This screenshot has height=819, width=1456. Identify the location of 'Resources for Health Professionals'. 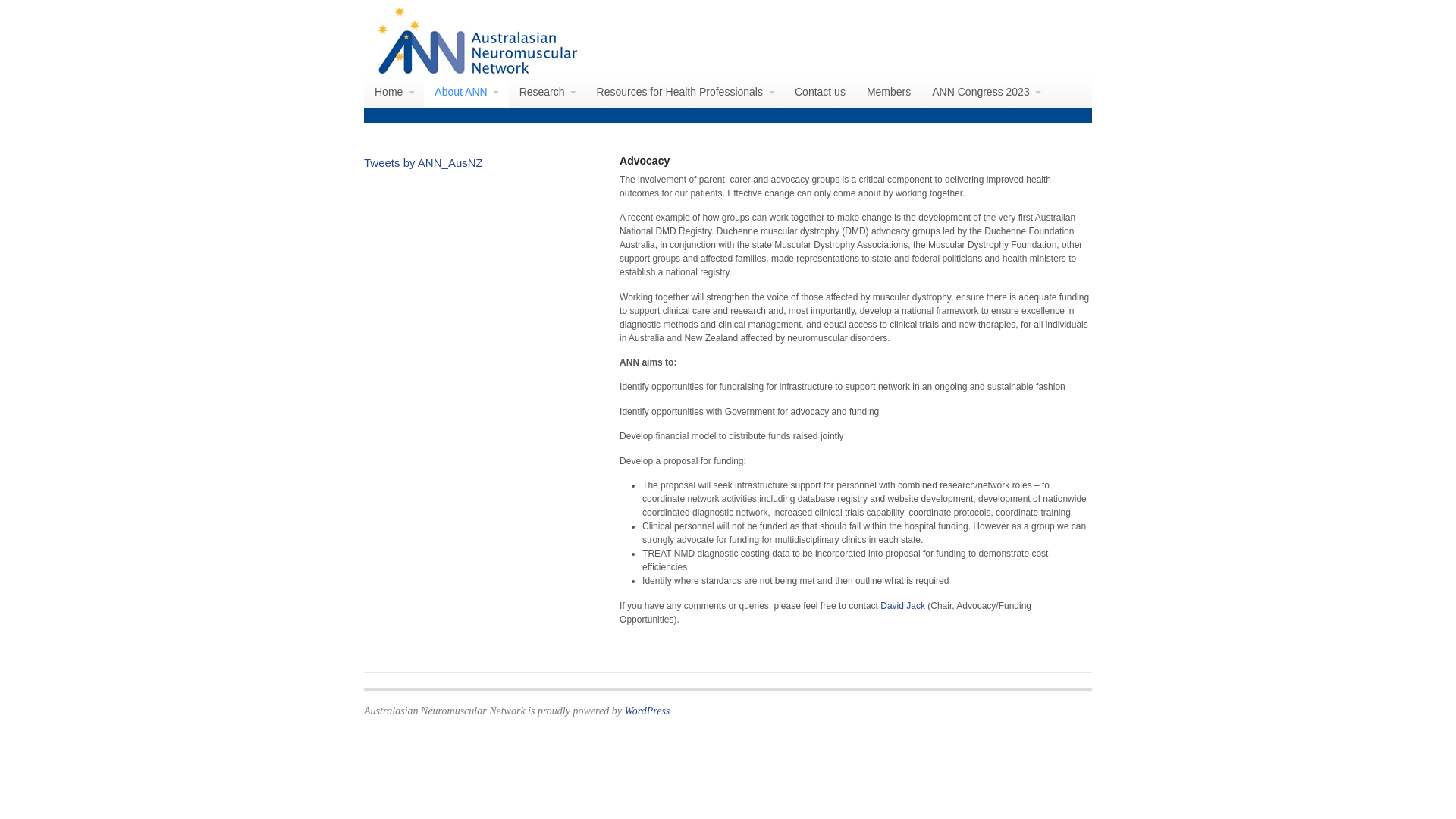
(684, 91).